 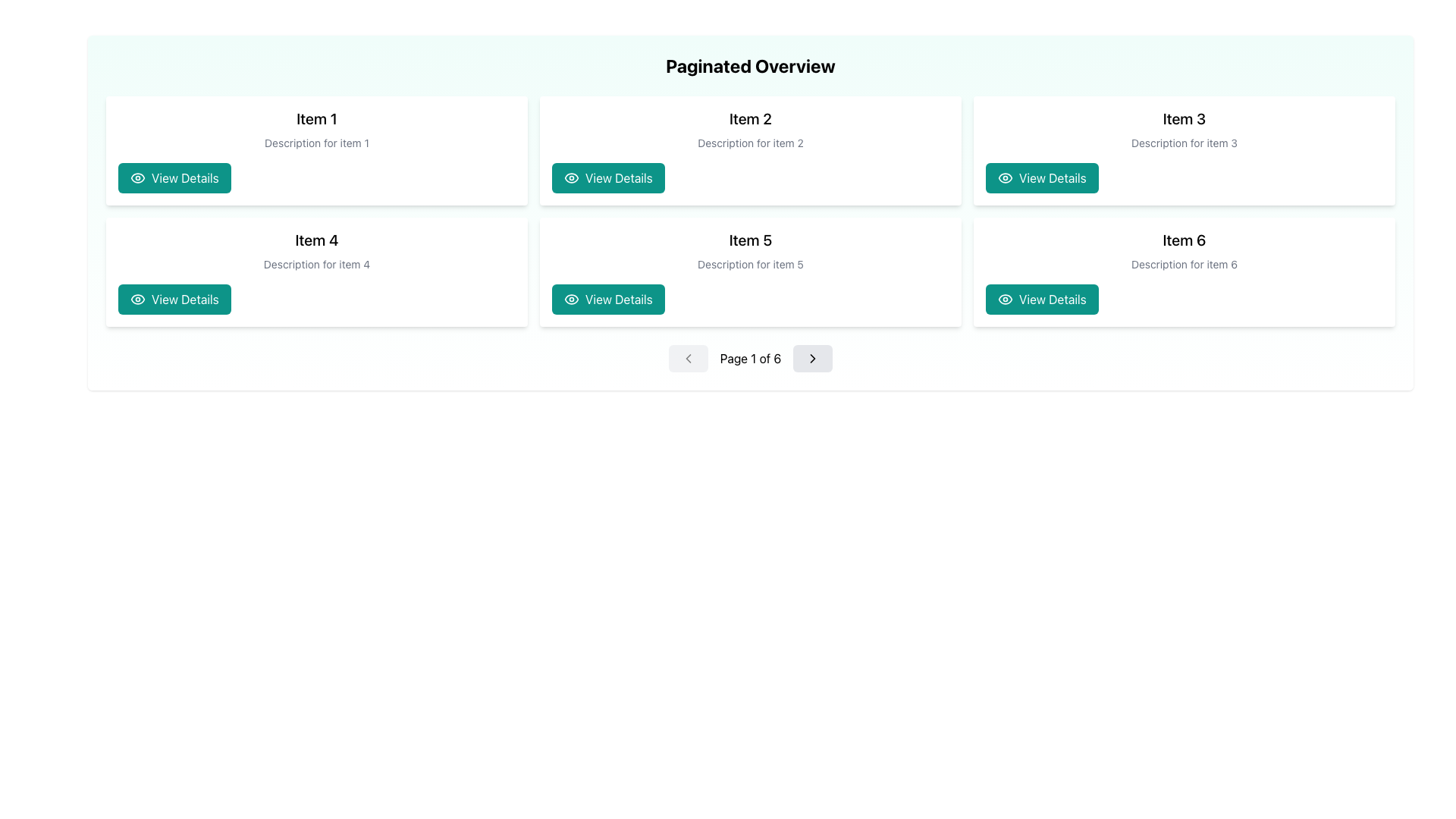 What do you see at coordinates (1041, 177) in the screenshot?
I see `the information button located at the bottom-right corner of the card titled 'Item 3' to activate any hover effects` at bounding box center [1041, 177].